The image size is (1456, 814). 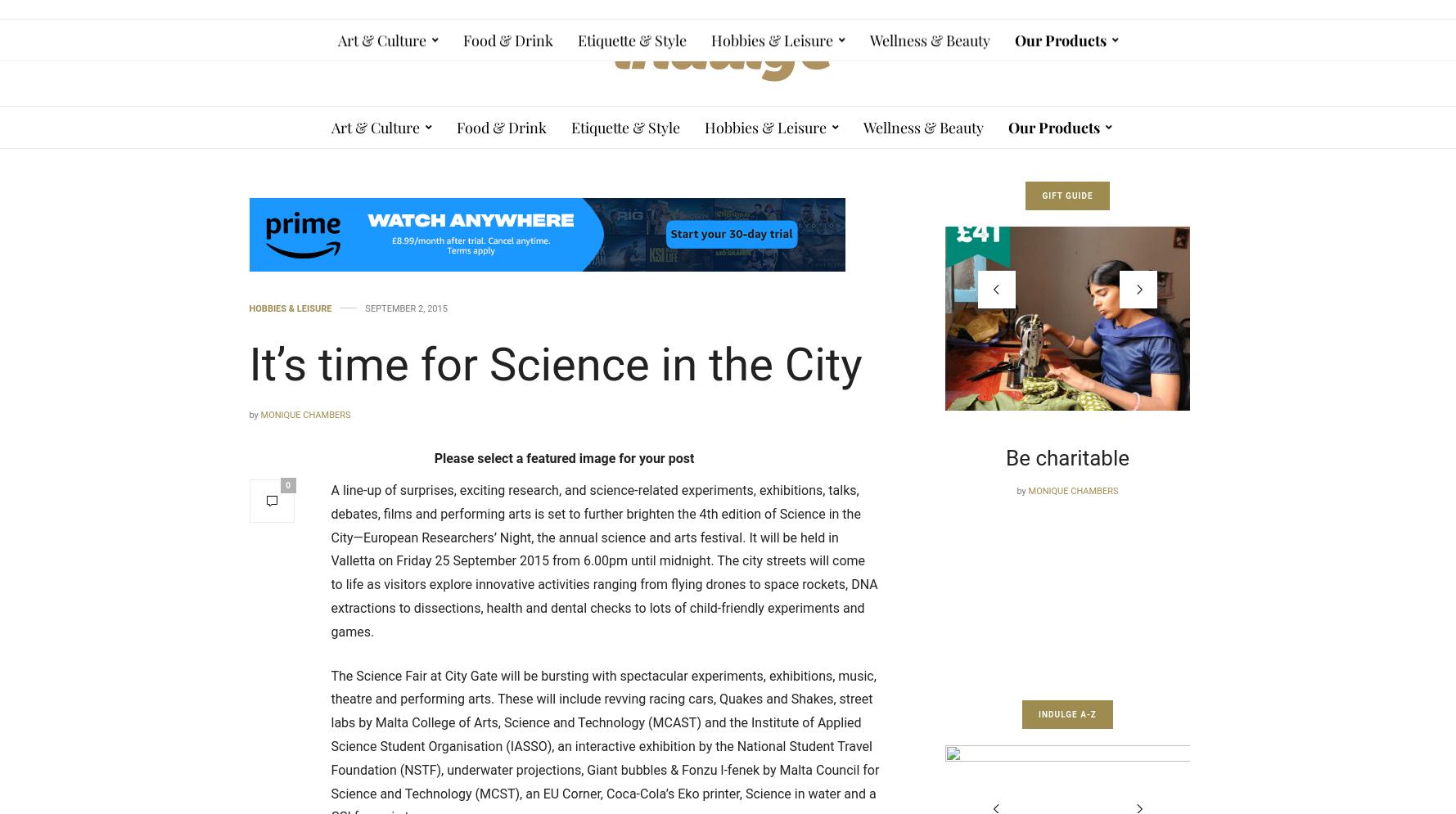 What do you see at coordinates (873, 457) in the screenshot?
I see `'Be charitable'` at bounding box center [873, 457].